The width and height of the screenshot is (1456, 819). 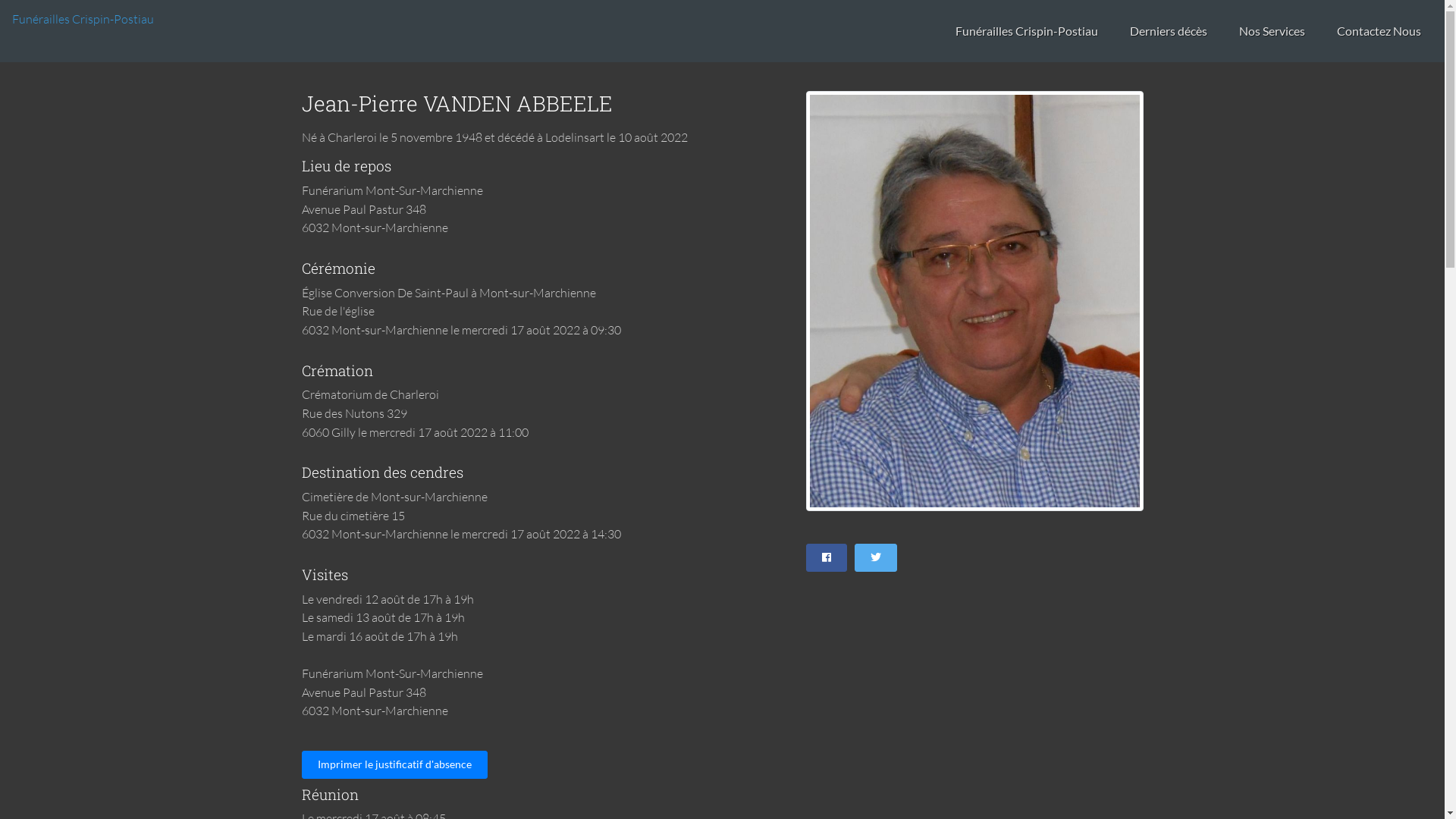 I want to click on 'Contactez Nous', so click(x=1379, y=31).